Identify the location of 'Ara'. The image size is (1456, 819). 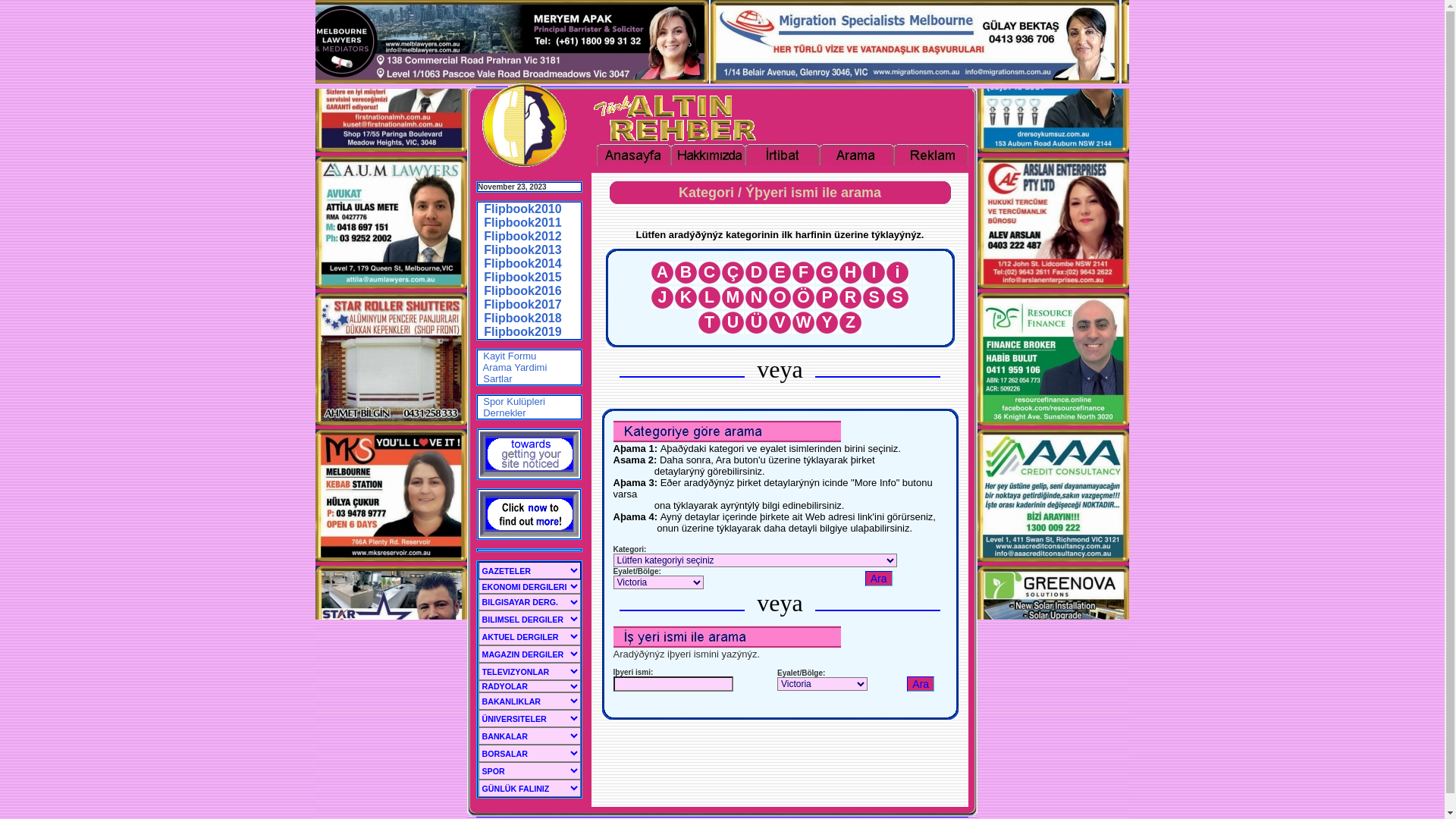
(878, 578).